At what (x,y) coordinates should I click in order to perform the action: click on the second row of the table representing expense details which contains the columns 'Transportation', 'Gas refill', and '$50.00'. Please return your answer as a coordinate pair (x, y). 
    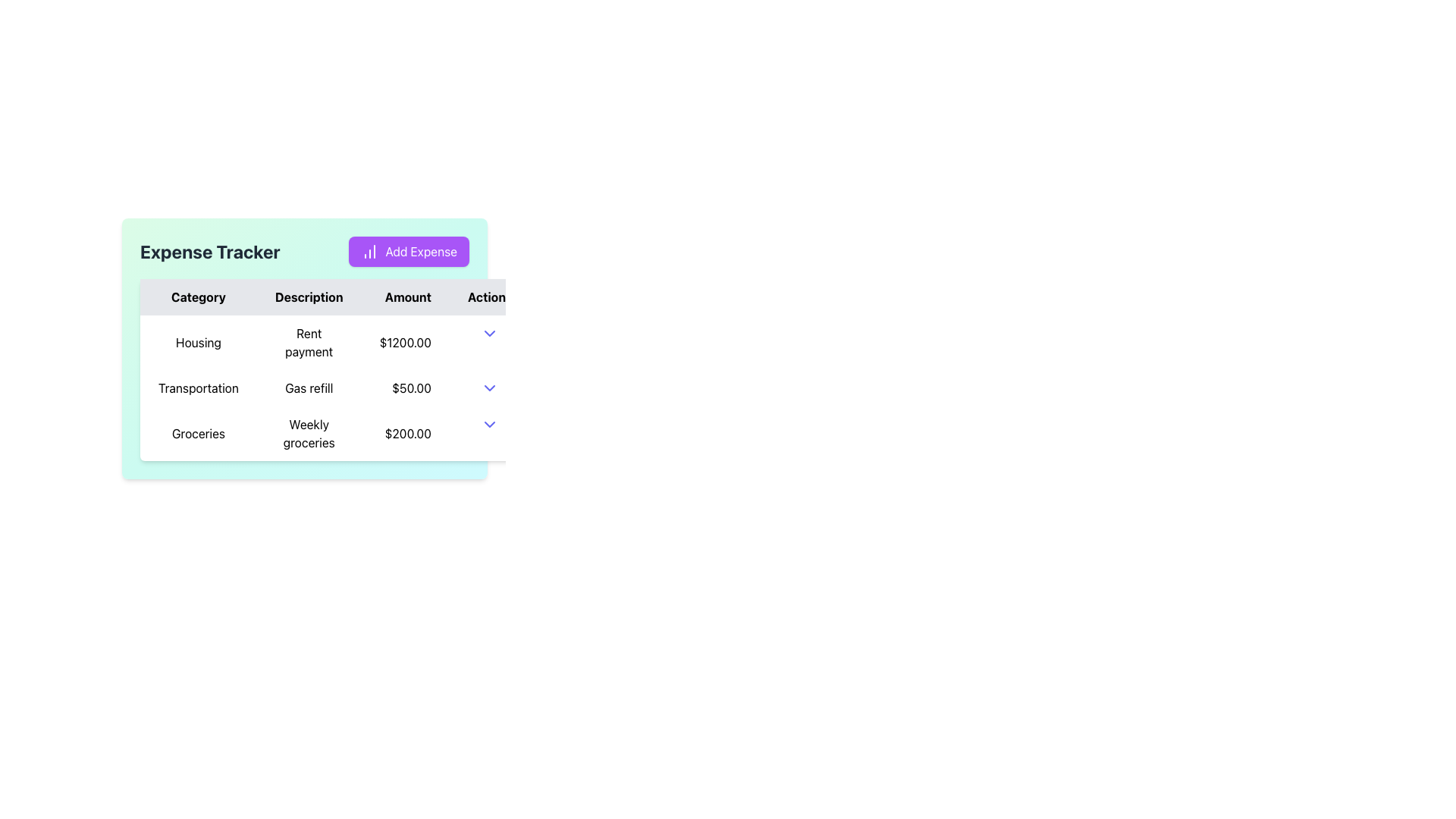
    Looking at the image, I should click on (334, 388).